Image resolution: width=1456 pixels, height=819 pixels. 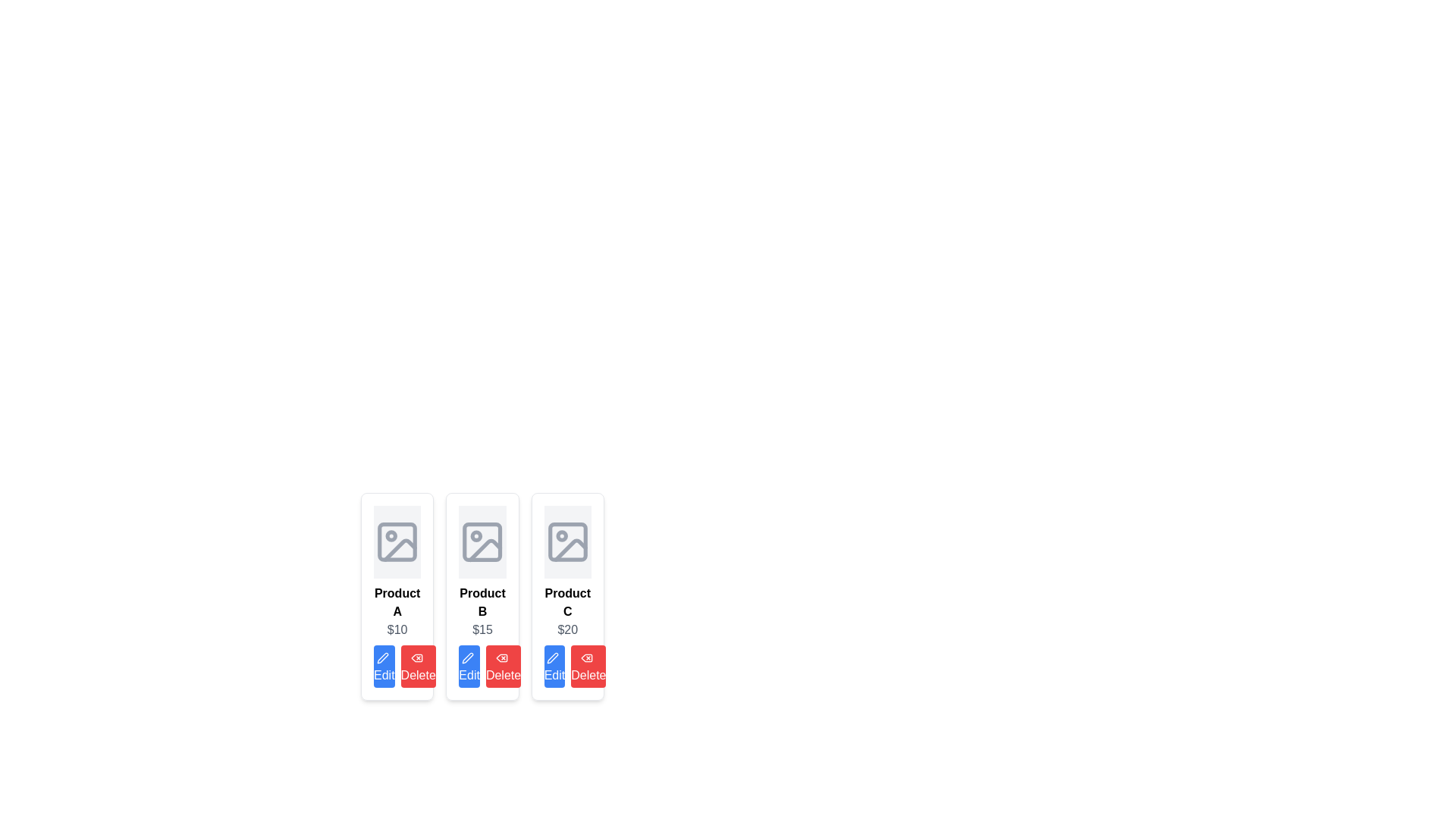 I want to click on product details displayed on the card for 'Product B', which is the second card in a three-column grid layout, so click(x=482, y=595).